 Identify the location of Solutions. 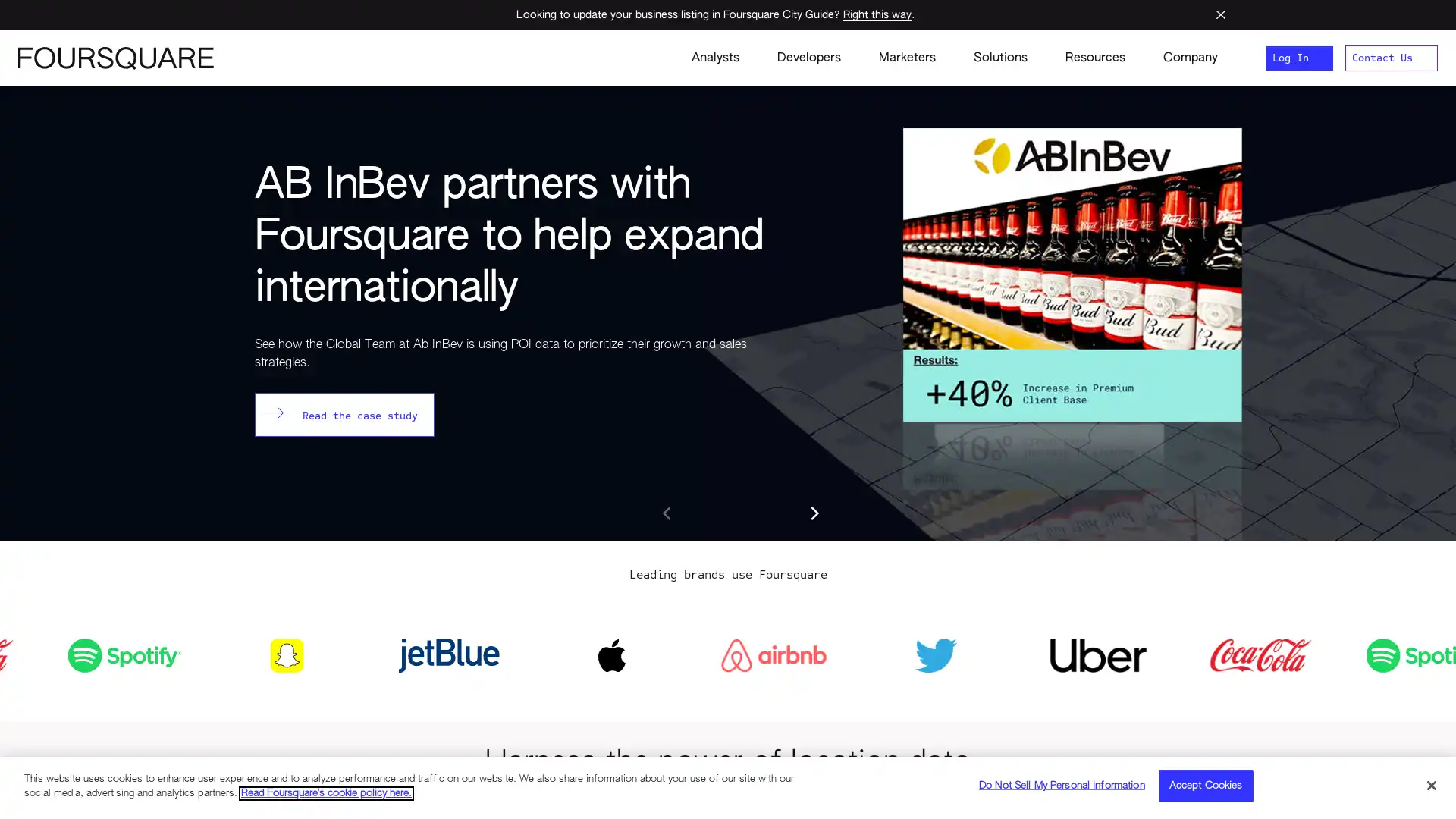
(1000, 58).